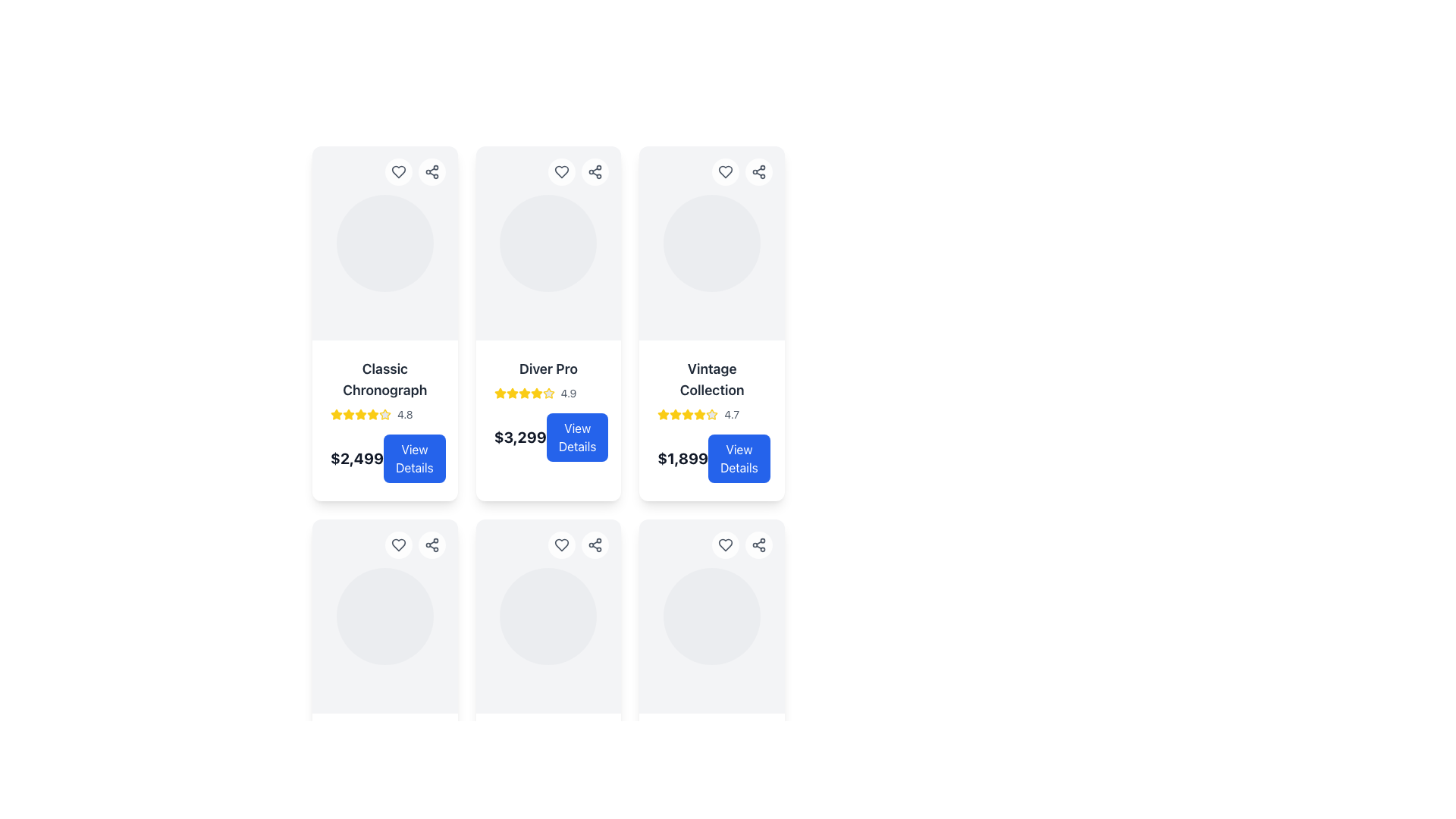 The width and height of the screenshot is (1456, 819). Describe the element at coordinates (576, 438) in the screenshot. I see `the button located in the middle card of a three-card grid layout, positioned beneath the price text '$3,299' and aligned to the right, to trigger a visual style change` at that location.